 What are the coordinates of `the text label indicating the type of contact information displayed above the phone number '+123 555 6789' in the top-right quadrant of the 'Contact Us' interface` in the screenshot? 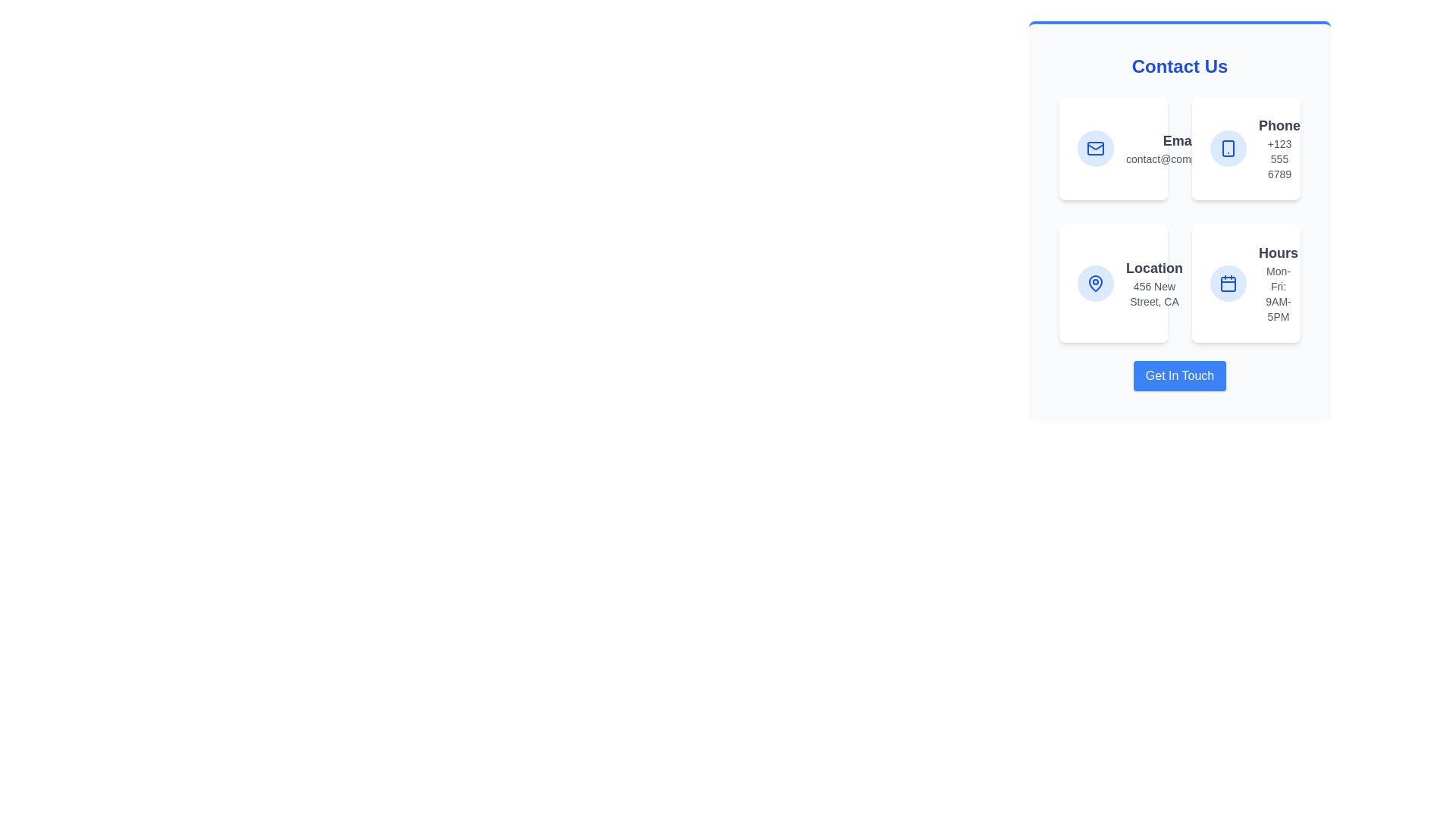 It's located at (1279, 124).